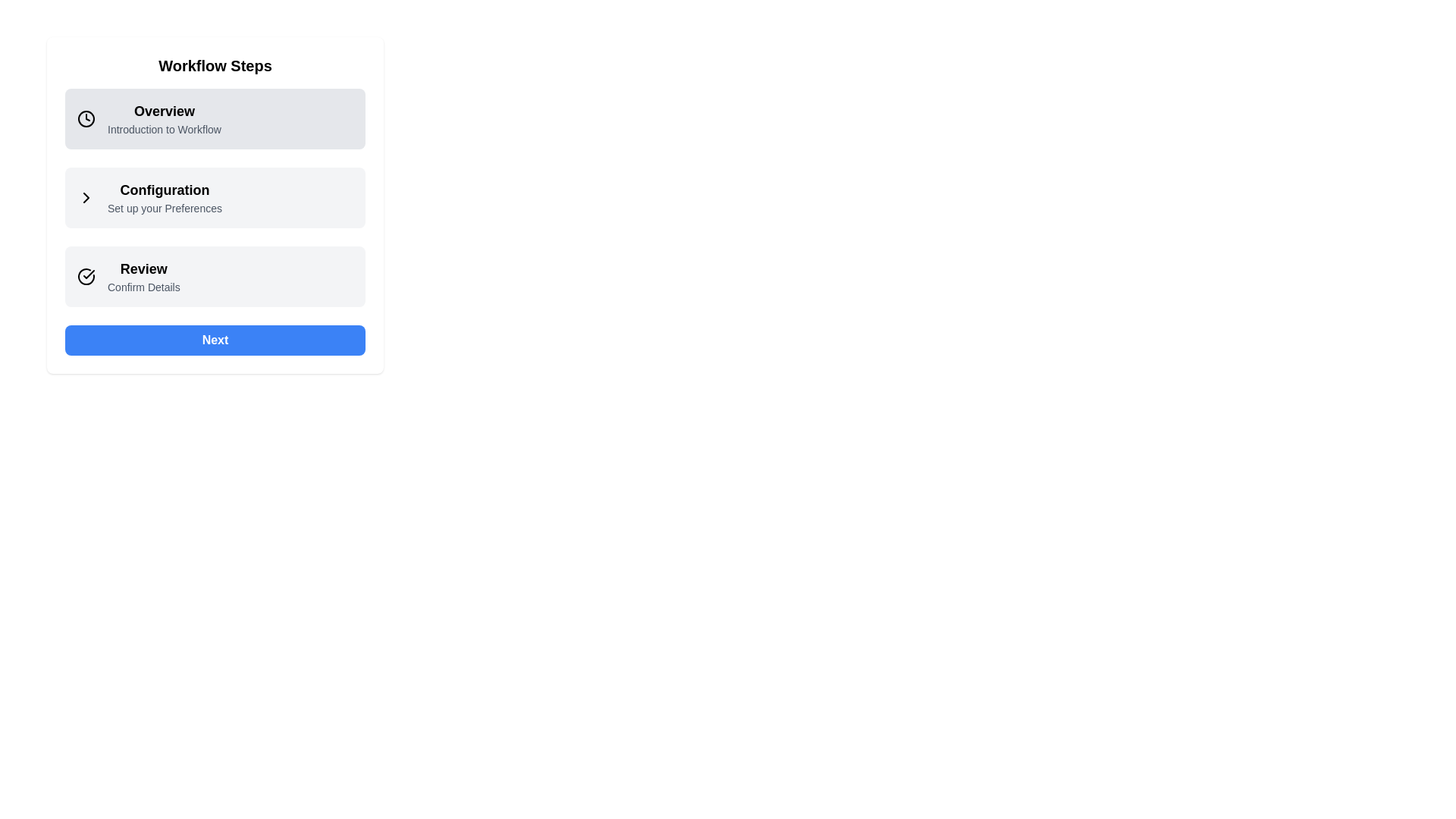 The width and height of the screenshot is (1456, 819). I want to click on the small circular clock icon located at the top-left corner of the light gray box labeled 'Overview', which contains the text 'Introduction to Workflow', so click(91, 118).